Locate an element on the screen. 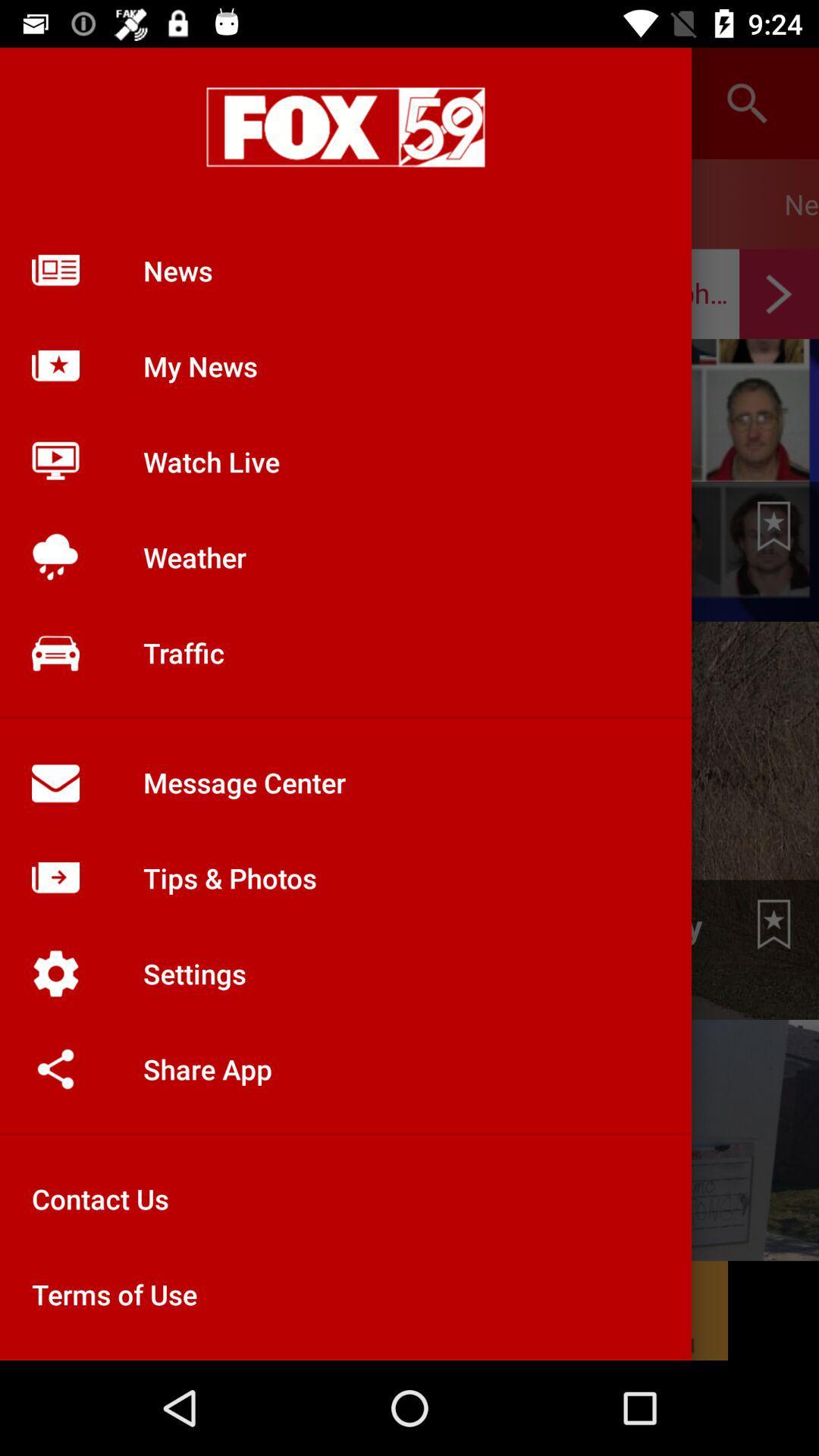 The height and width of the screenshot is (1456, 819). the search icon is located at coordinates (746, 102).